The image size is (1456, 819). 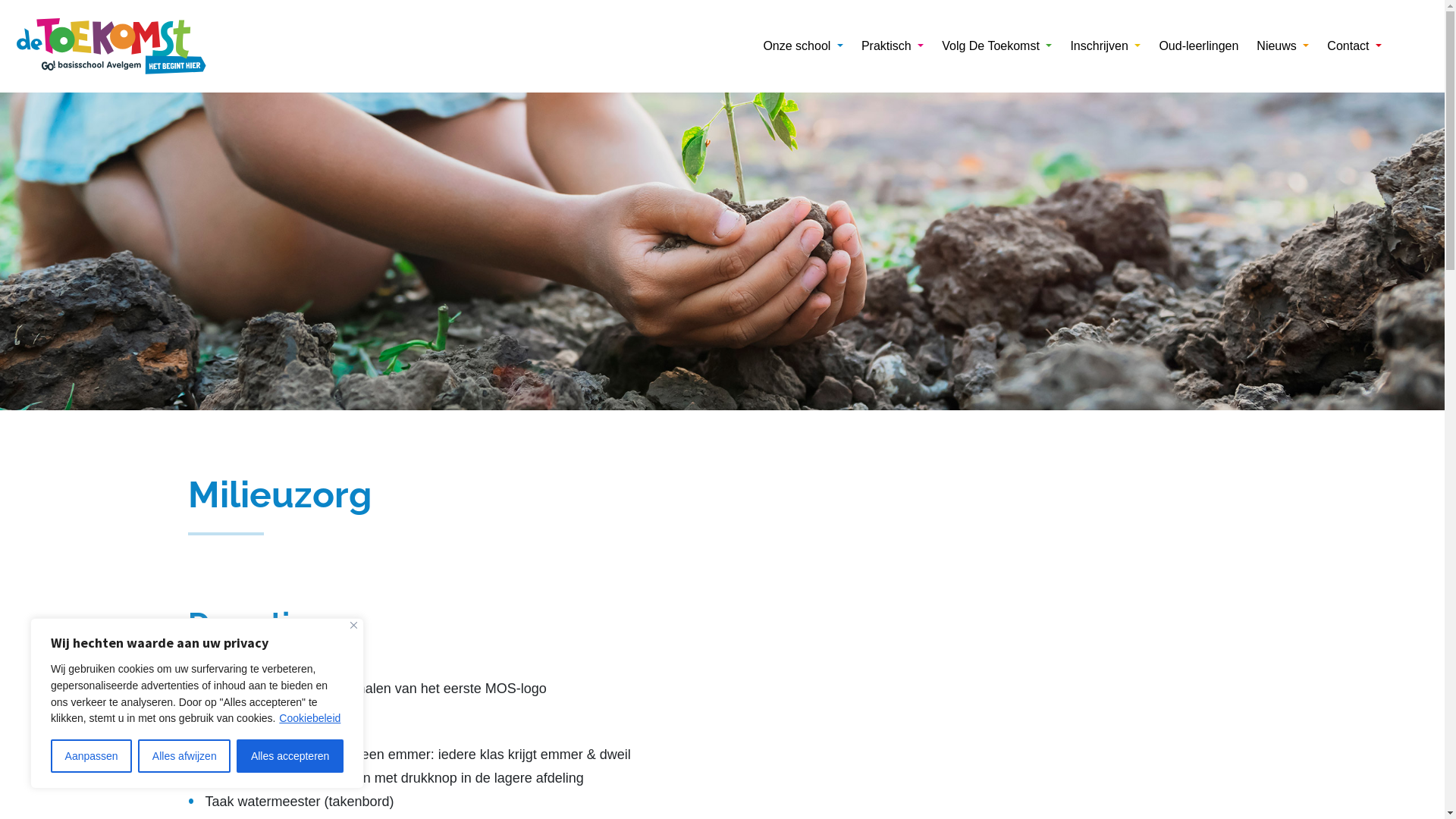 I want to click on 'Alles afwijzen', so click(x=184, y=755).